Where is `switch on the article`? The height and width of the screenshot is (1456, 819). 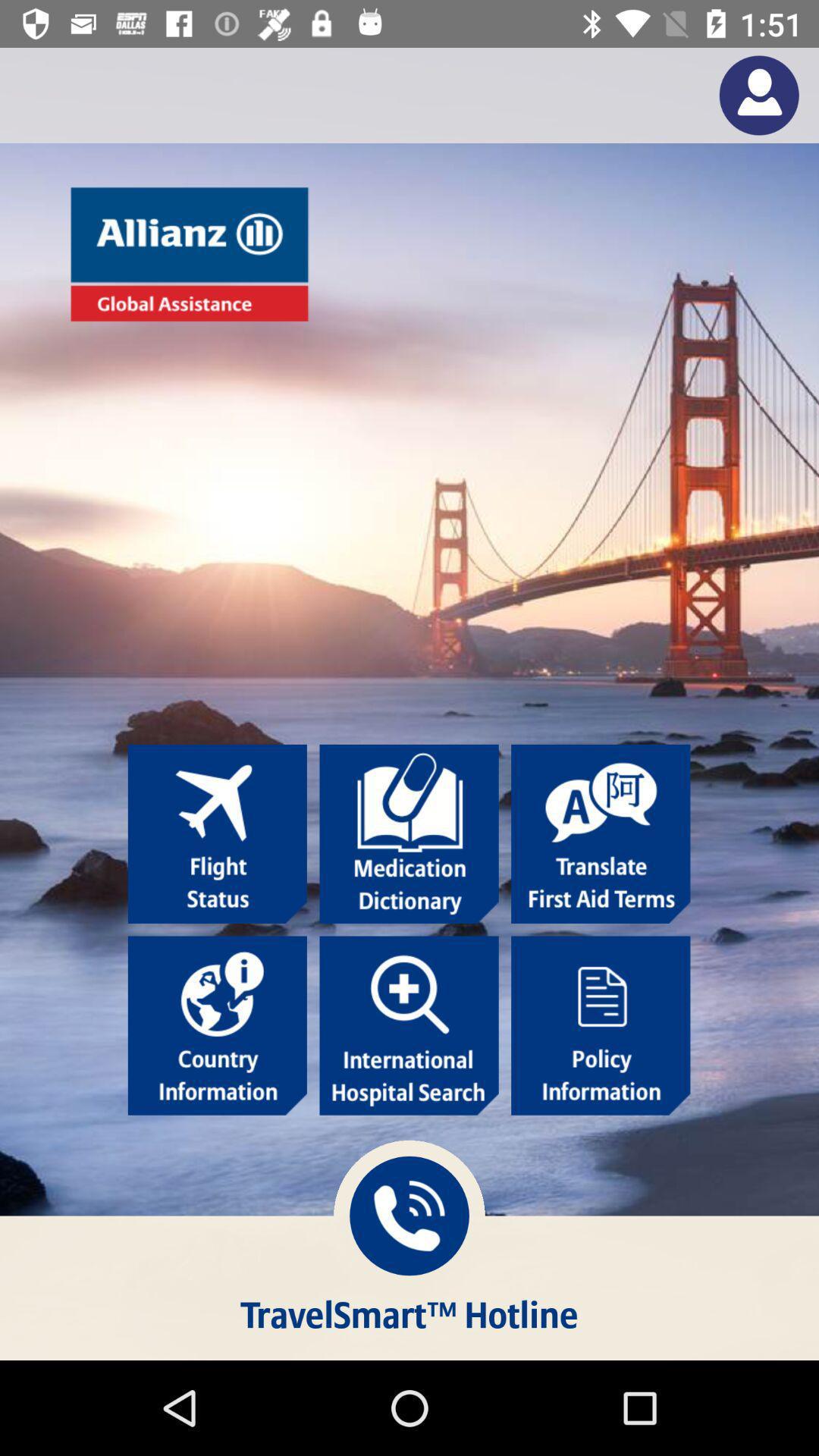 switch on the article is located at coordinates (217, 1025).